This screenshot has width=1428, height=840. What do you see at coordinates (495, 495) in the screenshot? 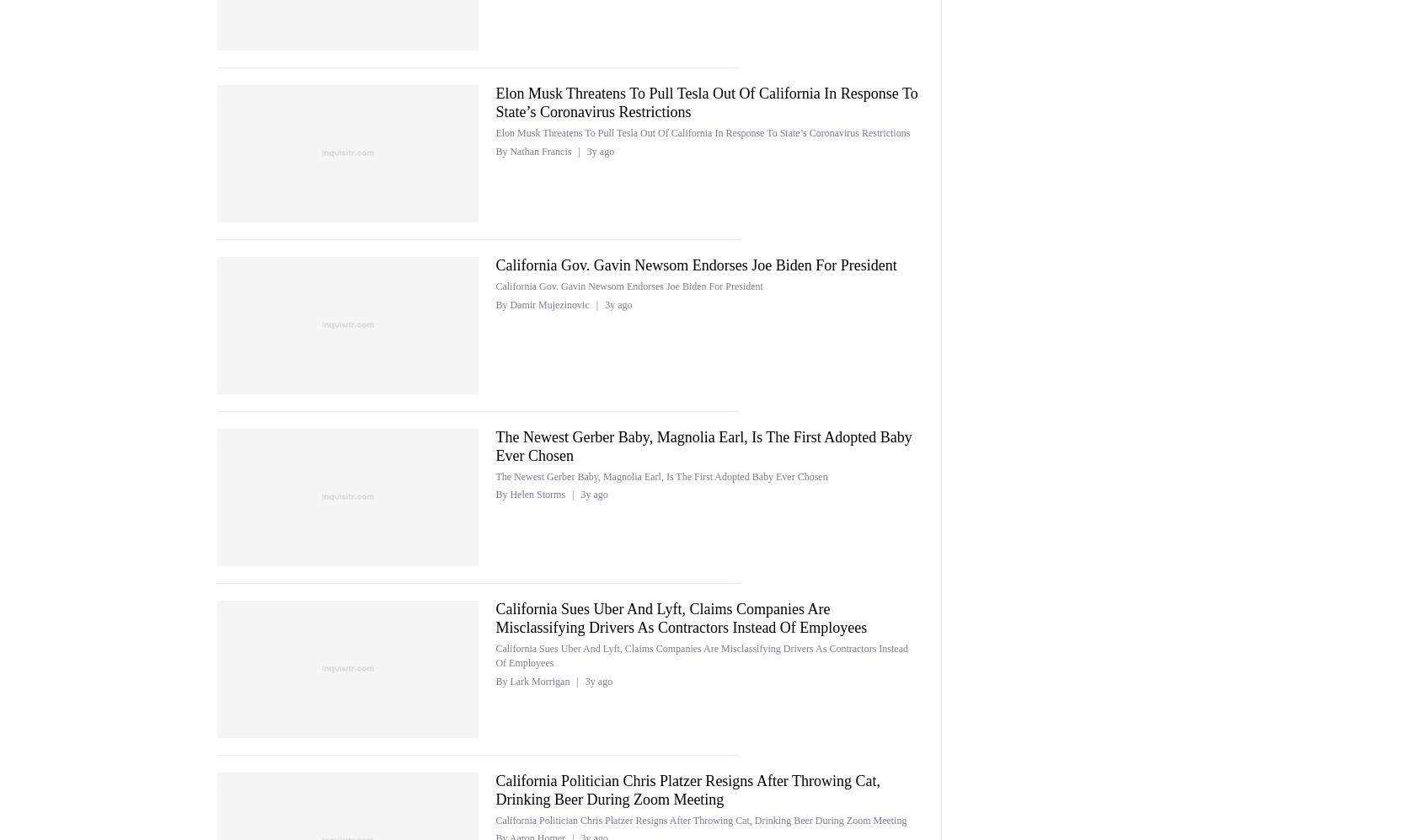
I see `'By Helen Storms'` at bounding box center [495, 495].